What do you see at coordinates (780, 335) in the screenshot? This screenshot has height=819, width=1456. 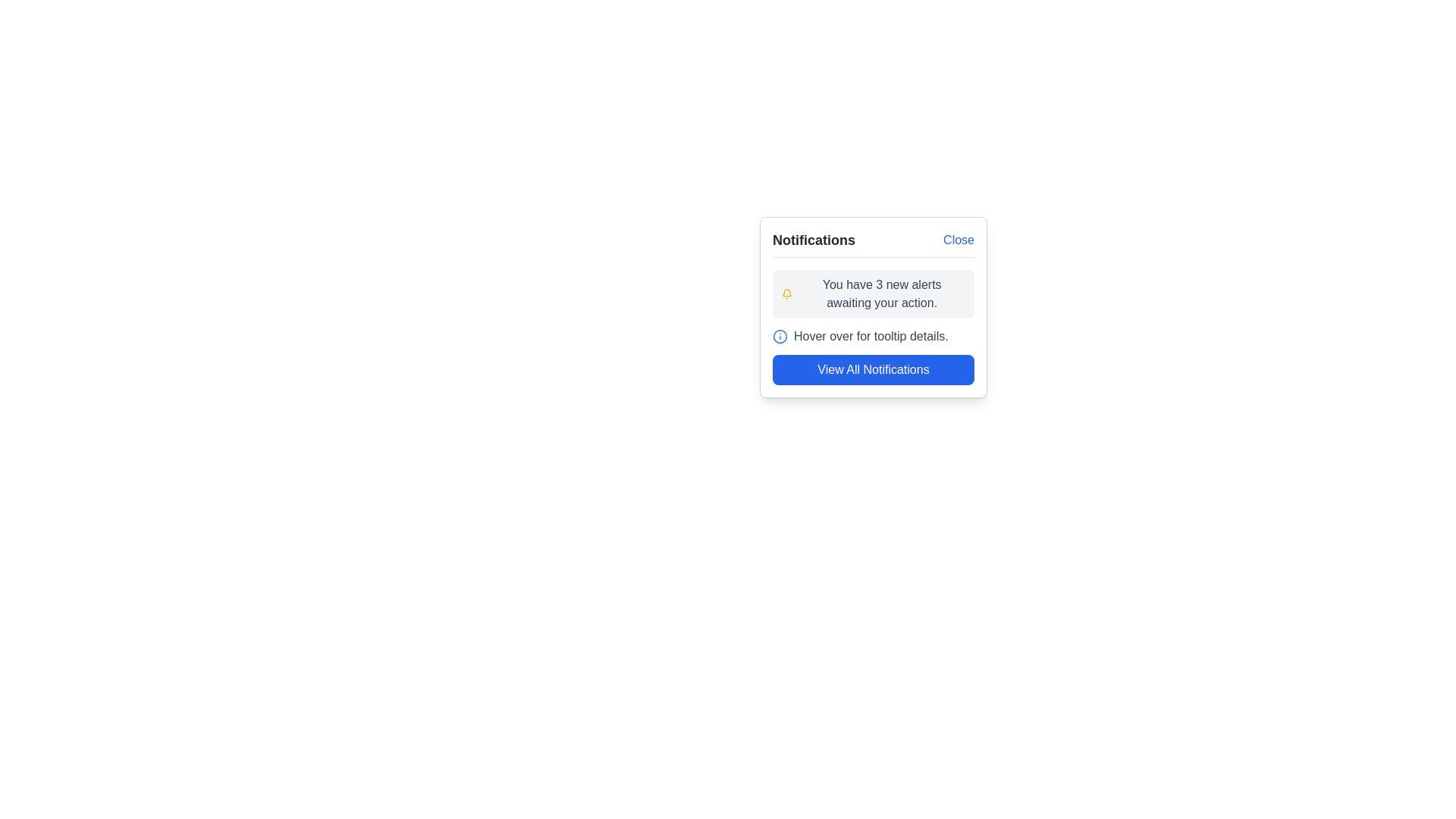 I see `the circular icon with a blue stroke outline located in the second item of the notification list, next to the descriptive text 'Hover over for tooltip details.'` at bounding box center [780, 335].